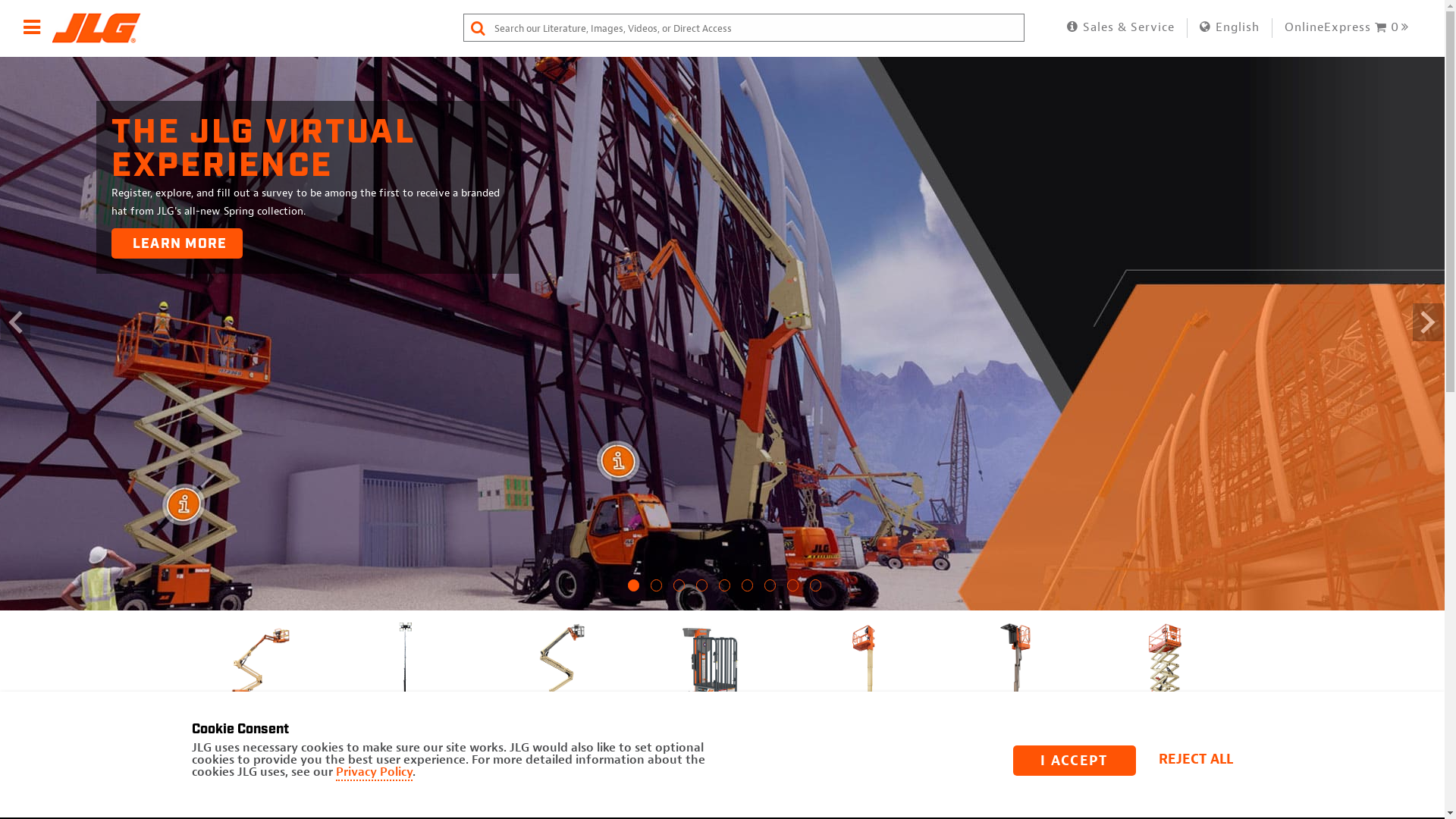 The image size is (1456, 819). What do you see at coordinates (1284, 27) in the screenshot?
I see `'OnlineExpress 0'` at bounding box center [1284, 27].